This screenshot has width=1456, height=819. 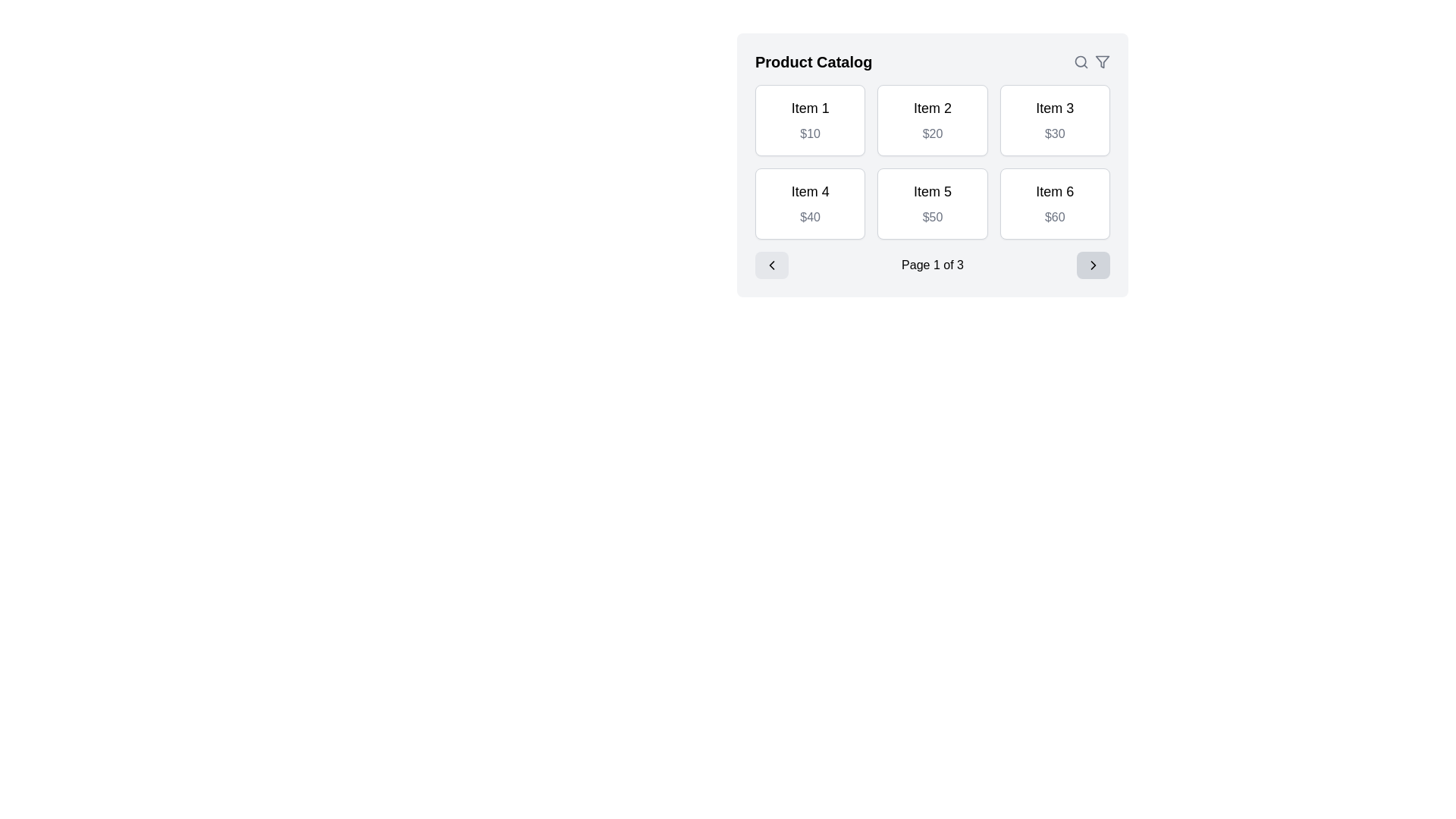 What do you see at coordinates (931, 217) in the screenshot?
I see `the text label displaying the numeric value '$50', which is styled in gray and positioned below the heading 'Item 5' in the product grid interface` at bounding box center [931, 217].